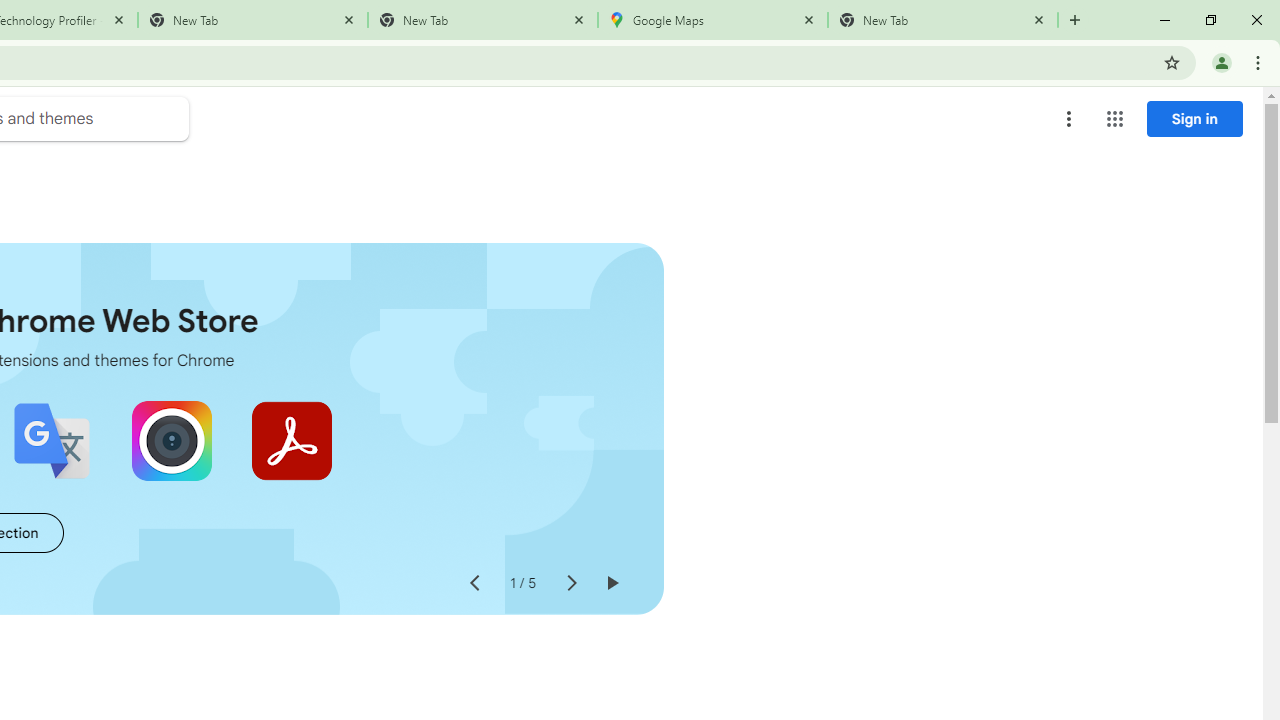 The width and height of the screenshot is (1280, 720). What do you see at coordinates (290, 440) in the screenshot?
I see `'Adobe Acrobat: PDF edit, convert, sign tools'` at bounding box center [290, 440].